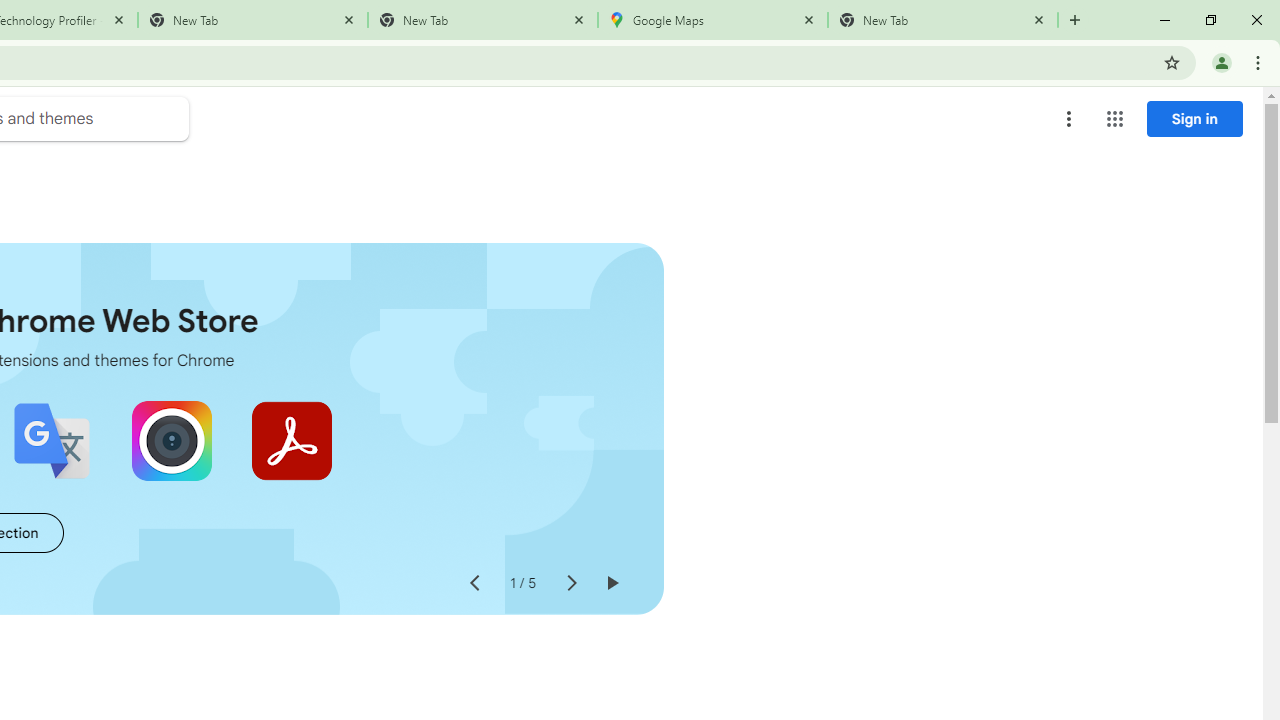 The width and height of the screenshot is (1280, 720). What do you see at coordinates (290, 440) in the screenshot?
I see `'Adobe Acrobat: PDF edit, convert, sign tools'` at bounding box center [290, 440].